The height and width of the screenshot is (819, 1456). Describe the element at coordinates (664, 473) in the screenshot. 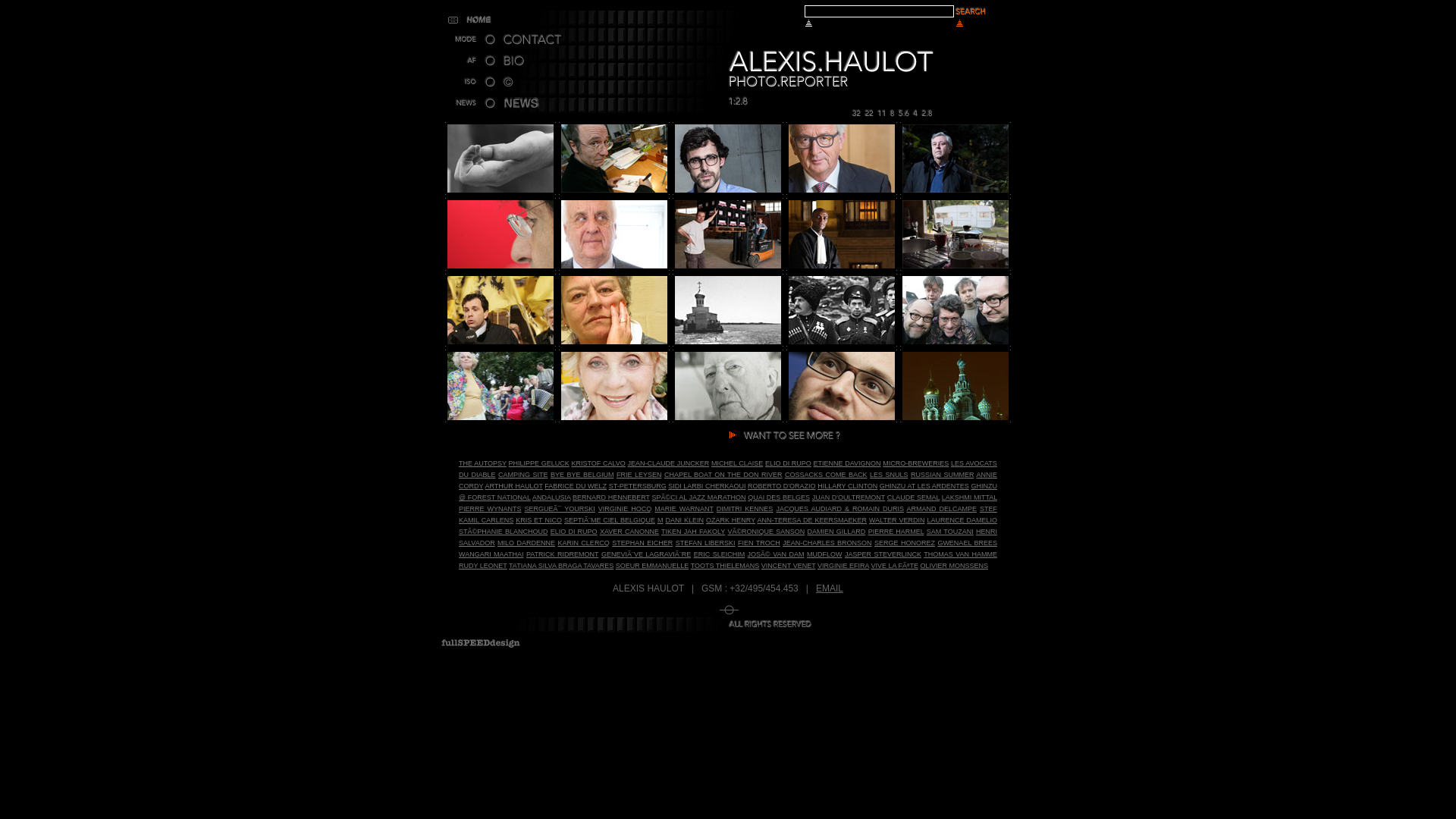

I see `'CHAPEL BOAT ON THE DON RIVER'` at that location.